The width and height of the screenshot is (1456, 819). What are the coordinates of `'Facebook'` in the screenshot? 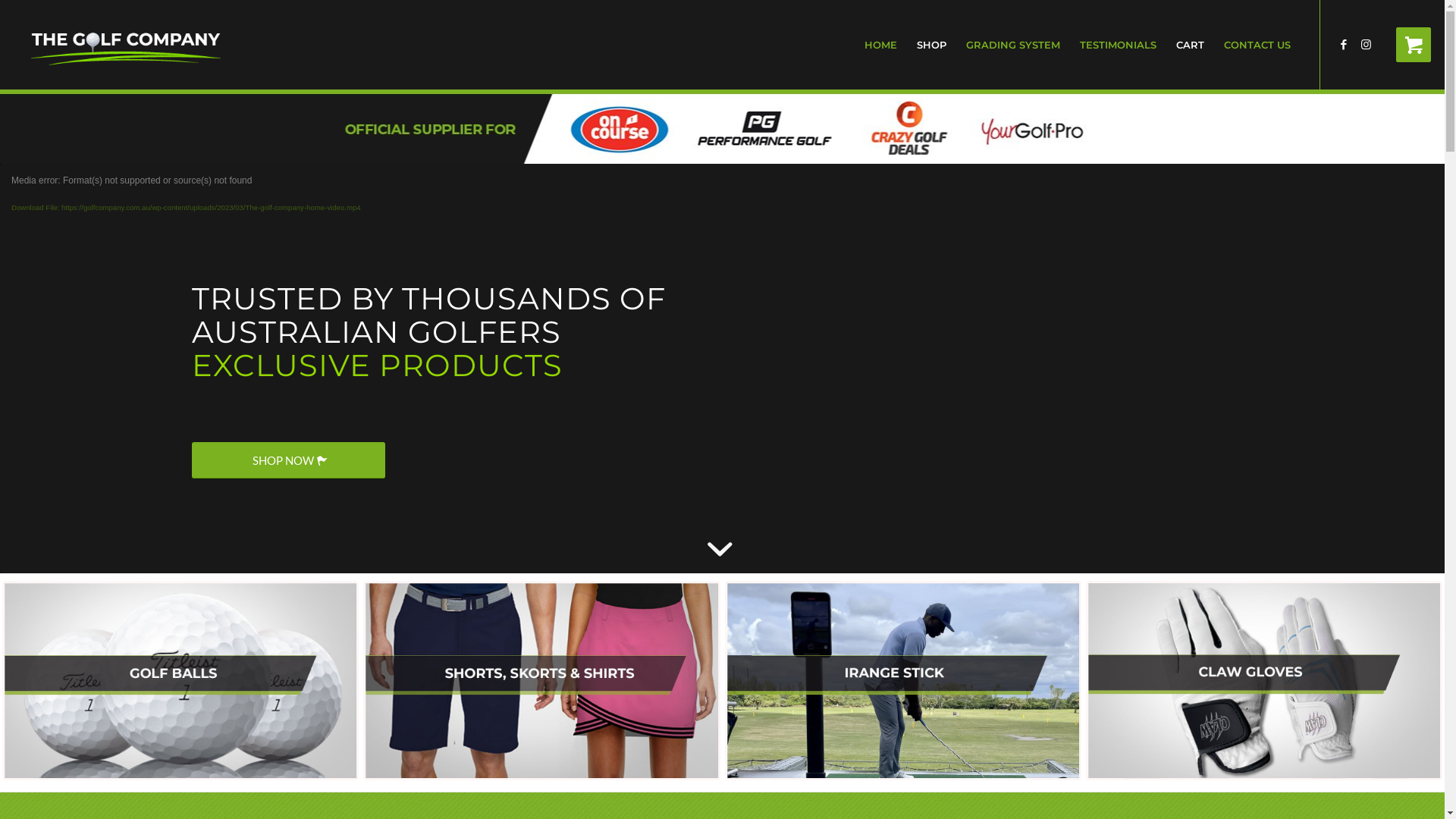 It's located at (1343, 42).